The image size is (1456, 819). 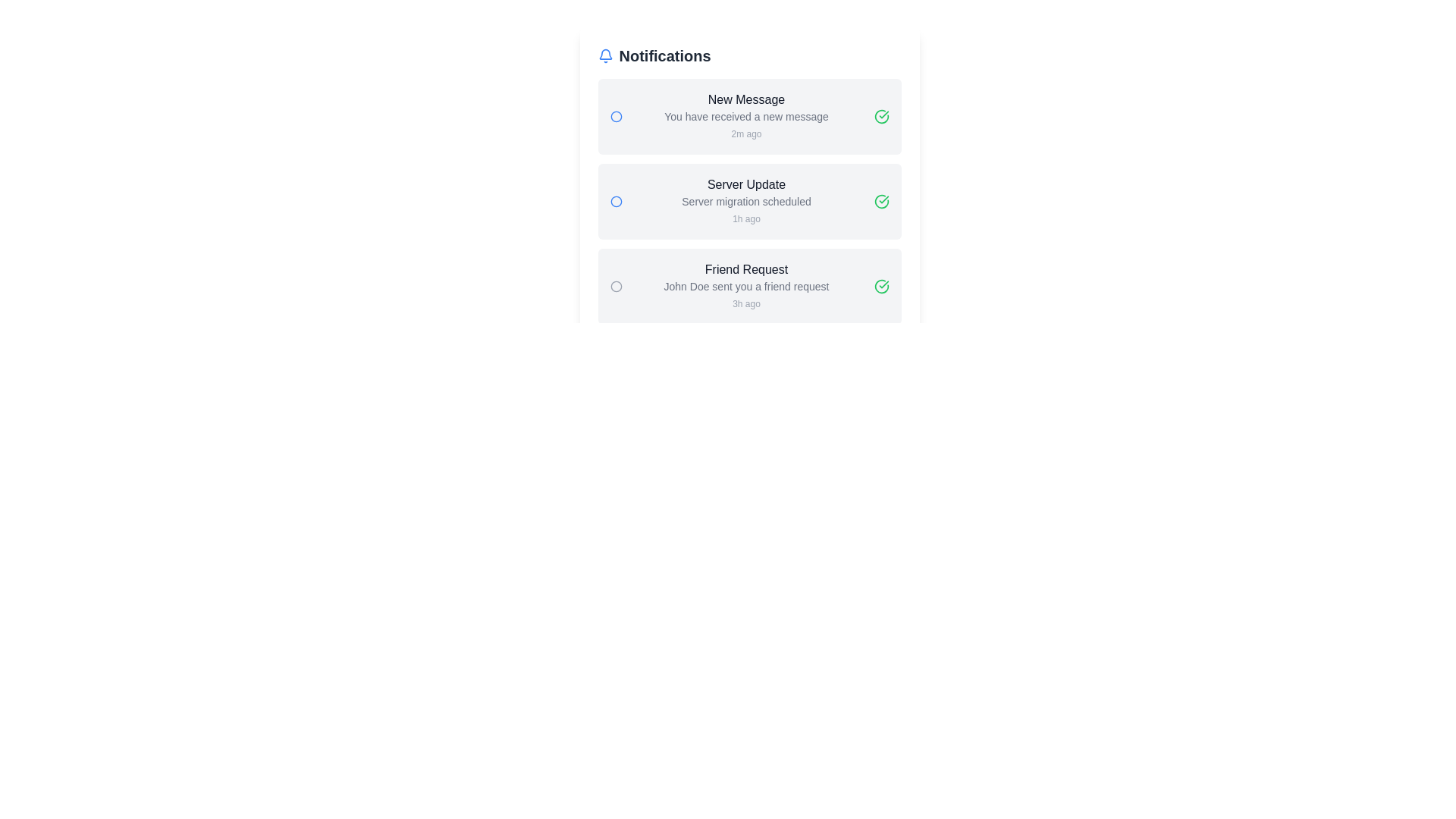 I want to click on timestamp information displayed as '1h ago' in a light gray color at the bottom-right corner of the 'Server Update' notification item, so click(x=746, y=219).